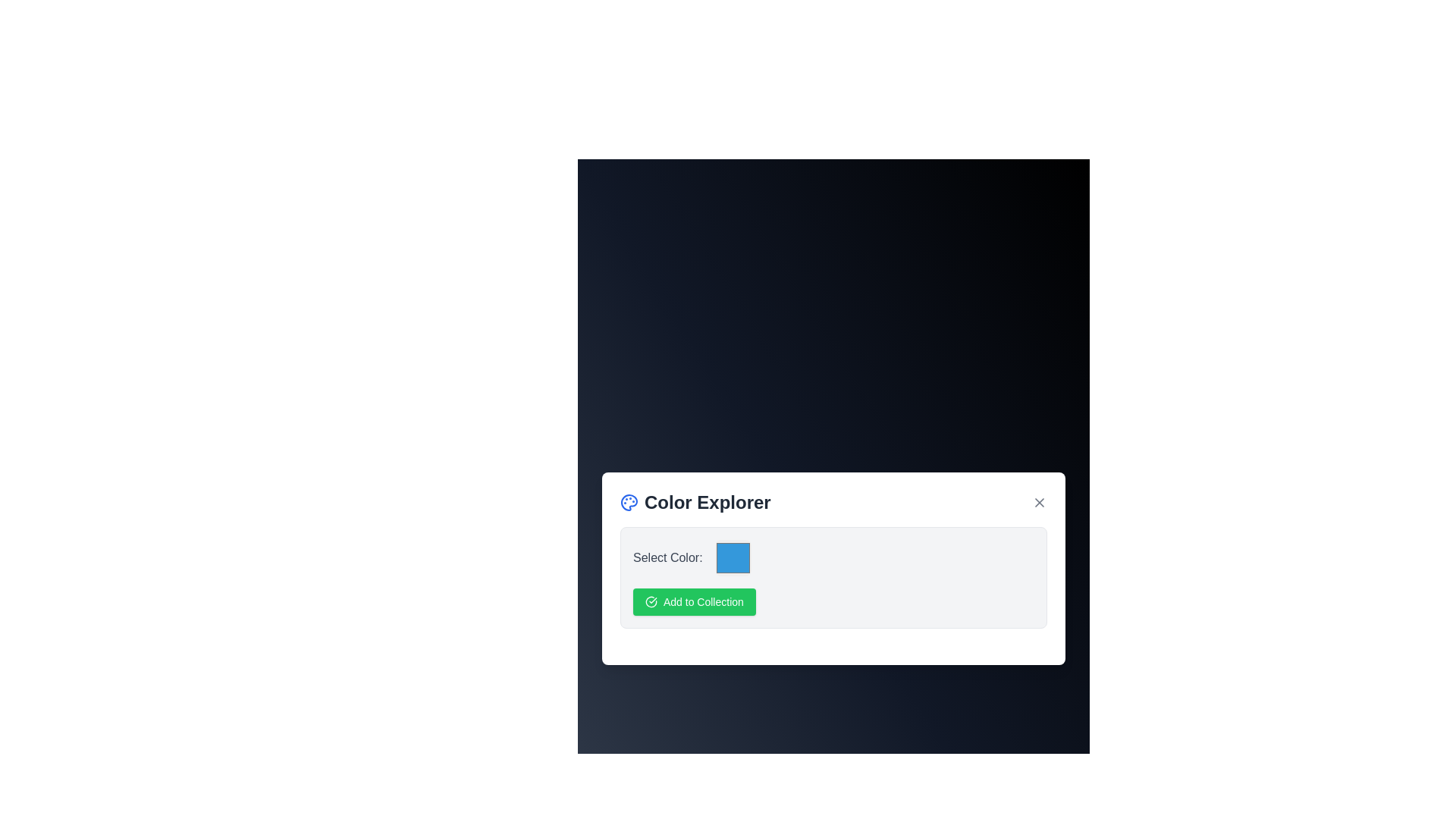 This screenshot has height=819, width=1456. Describe the element at coordinates (667, 558) in the screenshot. I see `text 'Select Color:' from the label positioned to the left of the color picker component to understand the adjacent control's purpose` at that location.